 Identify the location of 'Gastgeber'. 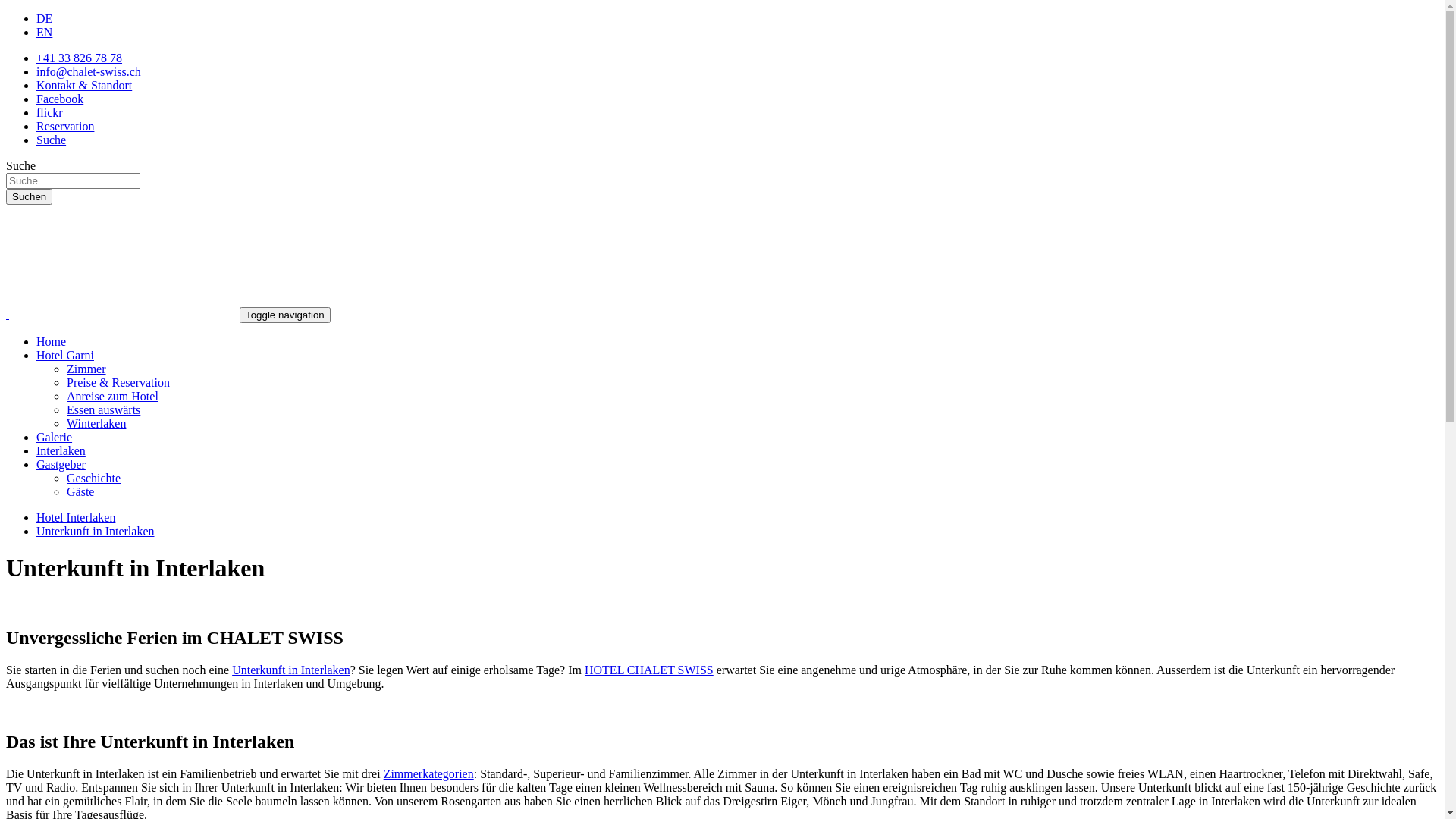
(61, 463).